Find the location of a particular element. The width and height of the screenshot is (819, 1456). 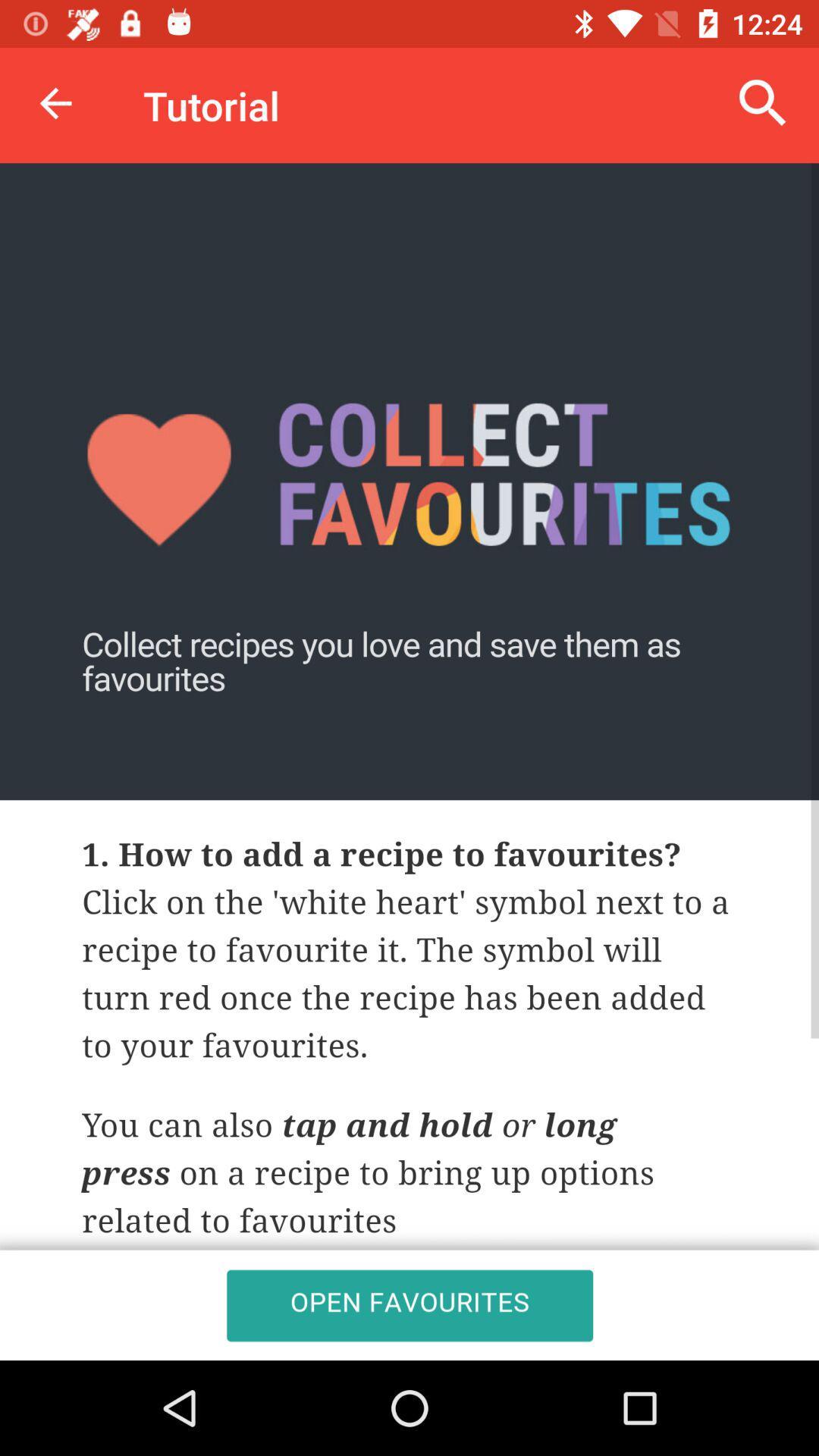

open app is located at coordinates (409, 761).